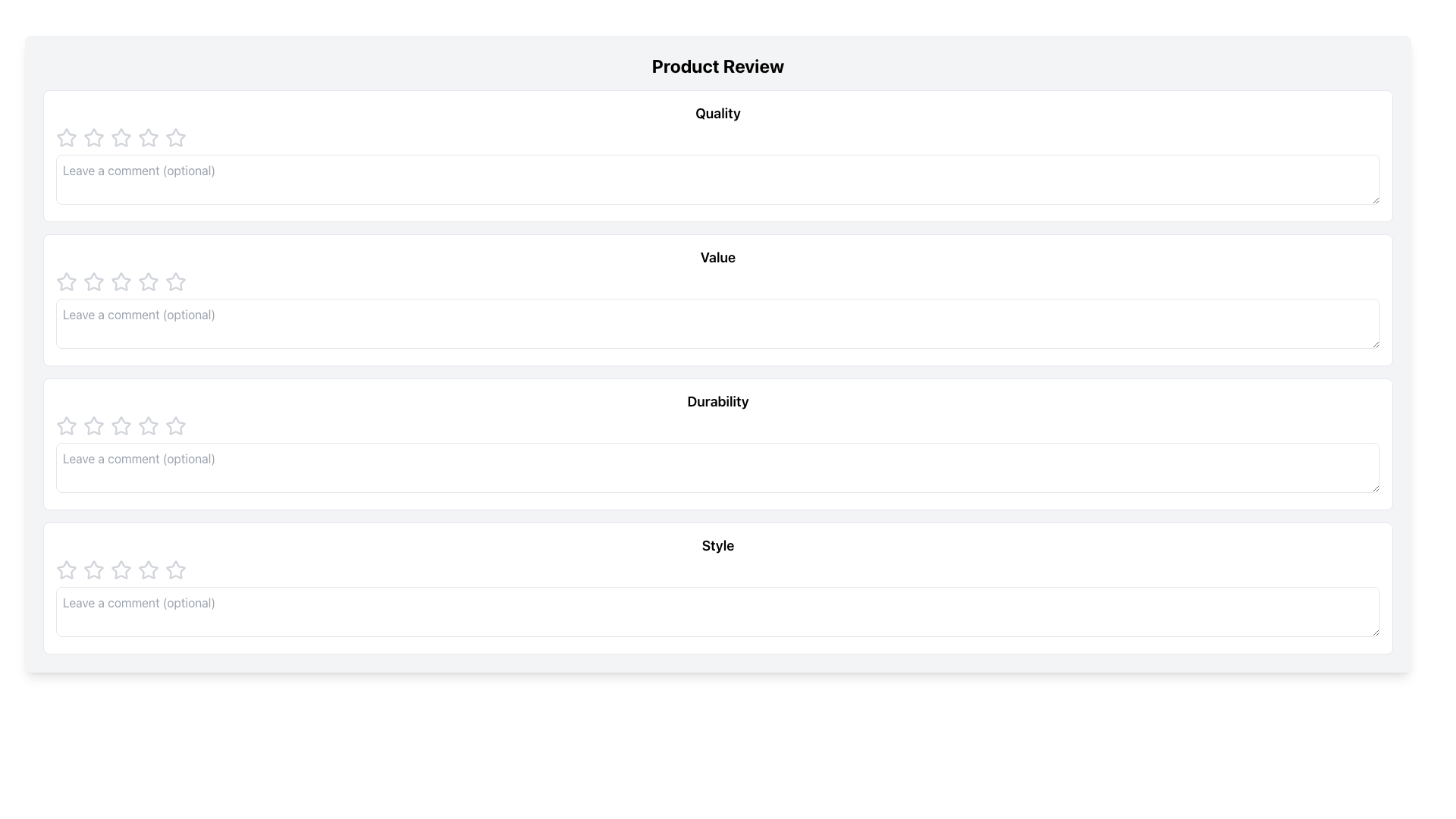 The width and height of the screenshot is (1456, 819). What do you see at coordinates (149, 137) in the screenshot?
I see `the second star from the left in the 'Quality' rating section to assign a two-star rating` at bounding box center [149, 137].